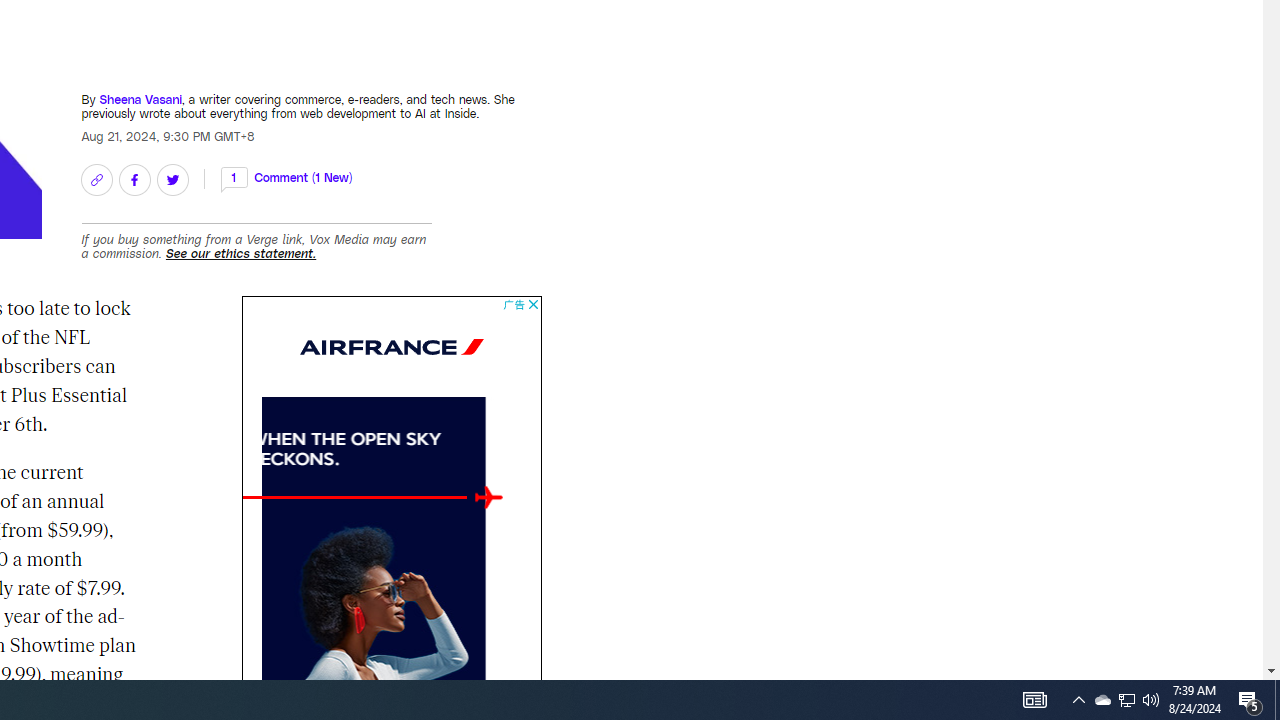 This screenshot has height=720, width=1280. Describe the element at coordinates (133, 178) in the screenshot. I see `'Share on Facebook'` at that location.